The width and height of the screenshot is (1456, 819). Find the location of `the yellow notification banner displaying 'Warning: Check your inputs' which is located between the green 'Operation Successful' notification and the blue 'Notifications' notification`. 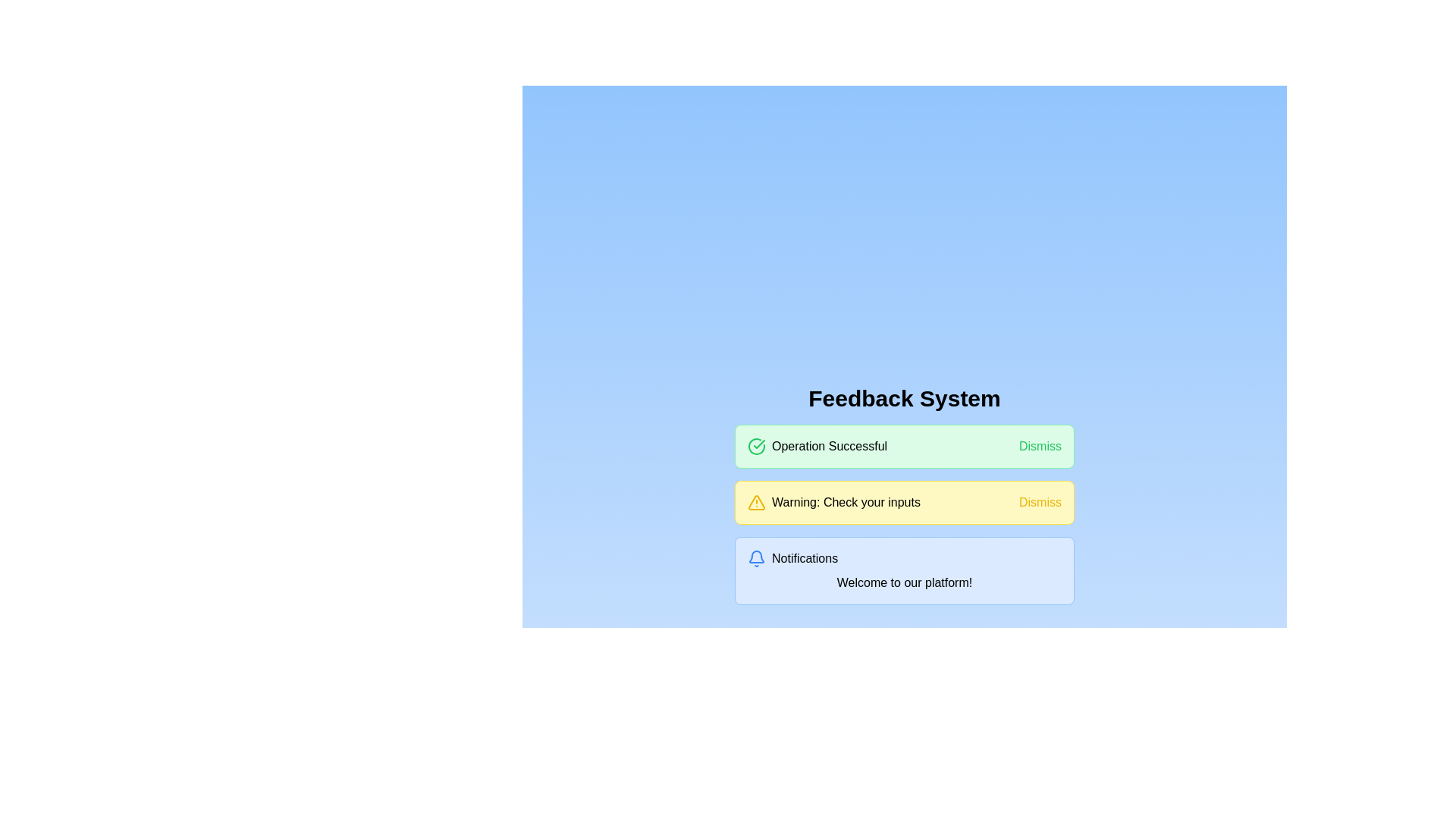

the yellow notification banner displaying 'Warning: Check your inputs' which is located between the green 'Operation Successful' notification and the blue 'Notifications' notification is located at coordinates (905, 503).